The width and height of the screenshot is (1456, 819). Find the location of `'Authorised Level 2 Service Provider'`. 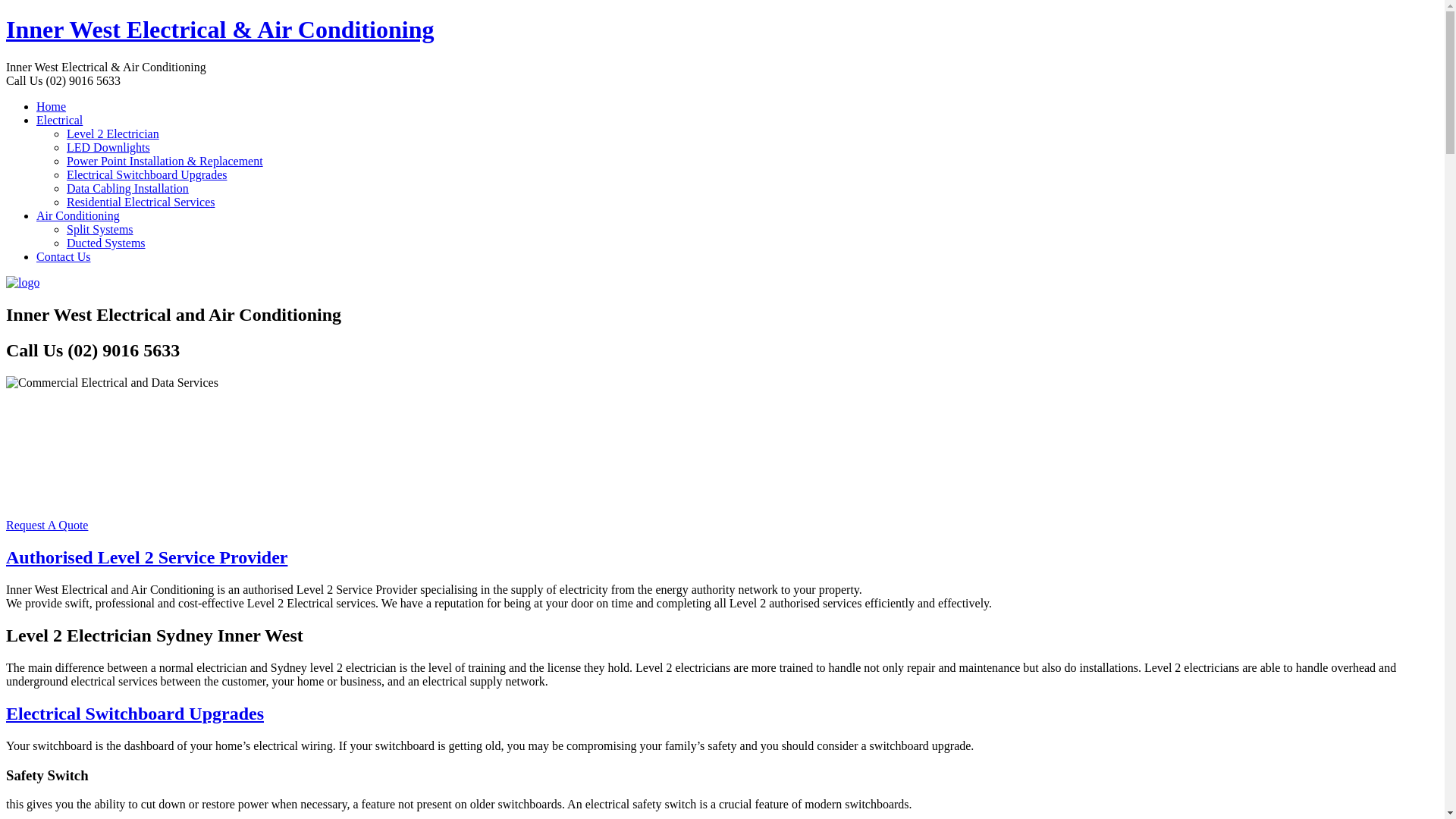

'Authorised Level 2 Service Provider' is located at coordinates (6, 557).